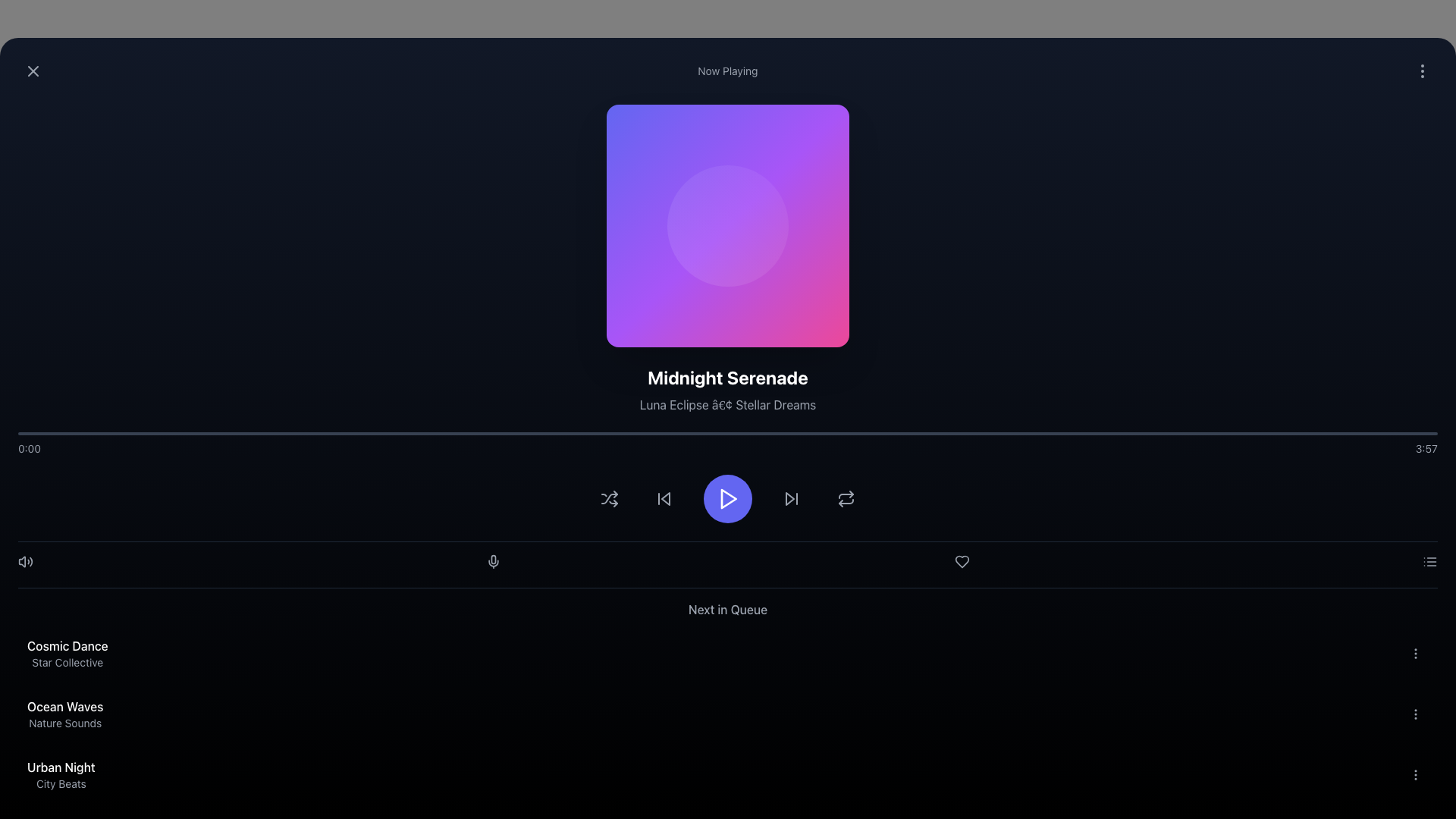 The image size is (1456, 819). I want to click on the shuffle icon button located at the bottom center of the interface, so click(610, 499).